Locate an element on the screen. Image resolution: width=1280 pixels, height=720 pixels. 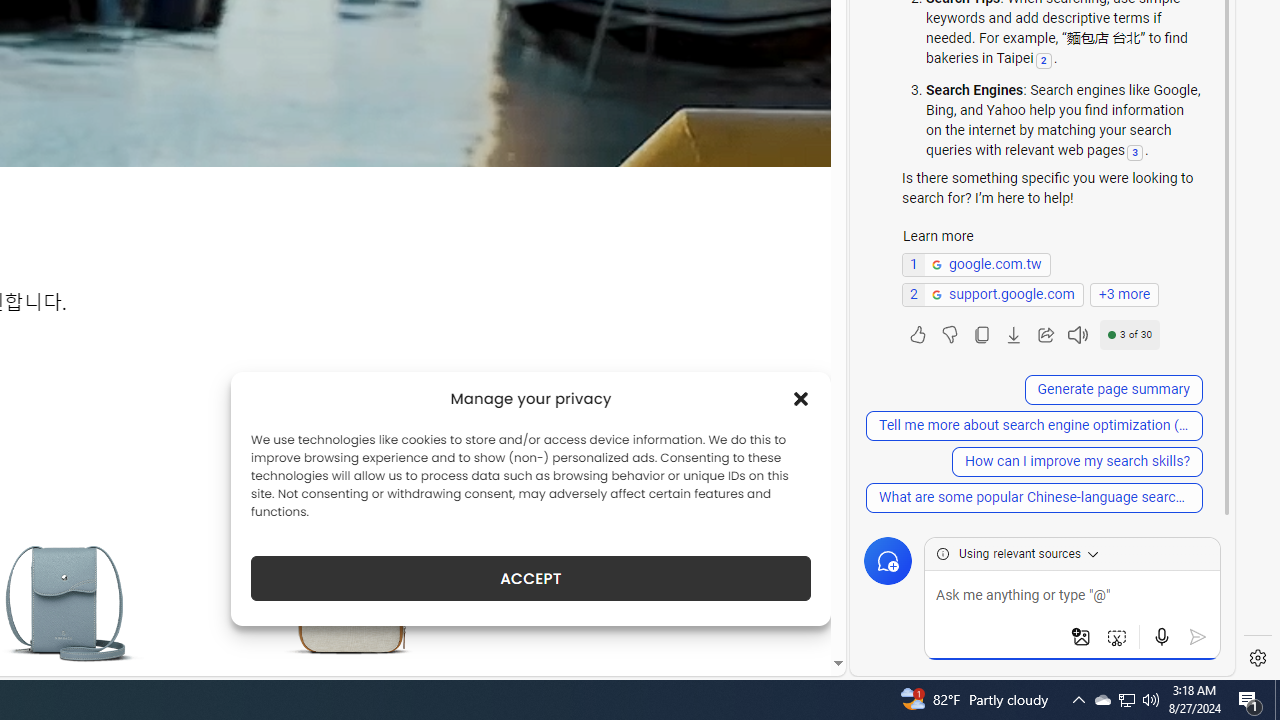
'Settings' is located at coordinates (1257, 658).